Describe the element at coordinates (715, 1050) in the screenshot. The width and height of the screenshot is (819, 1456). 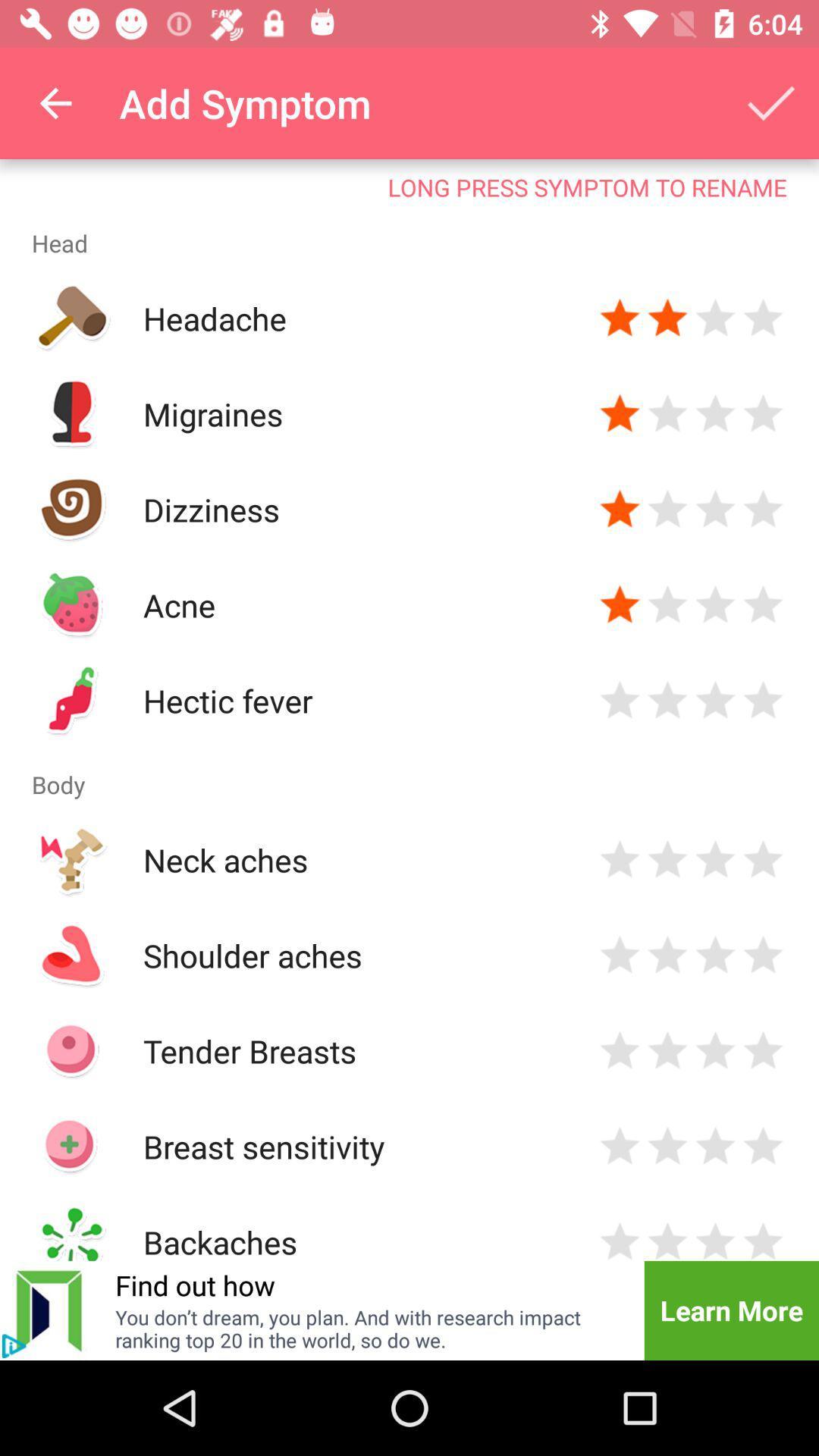
I see `rate tender breasts 3 stars` at that location.